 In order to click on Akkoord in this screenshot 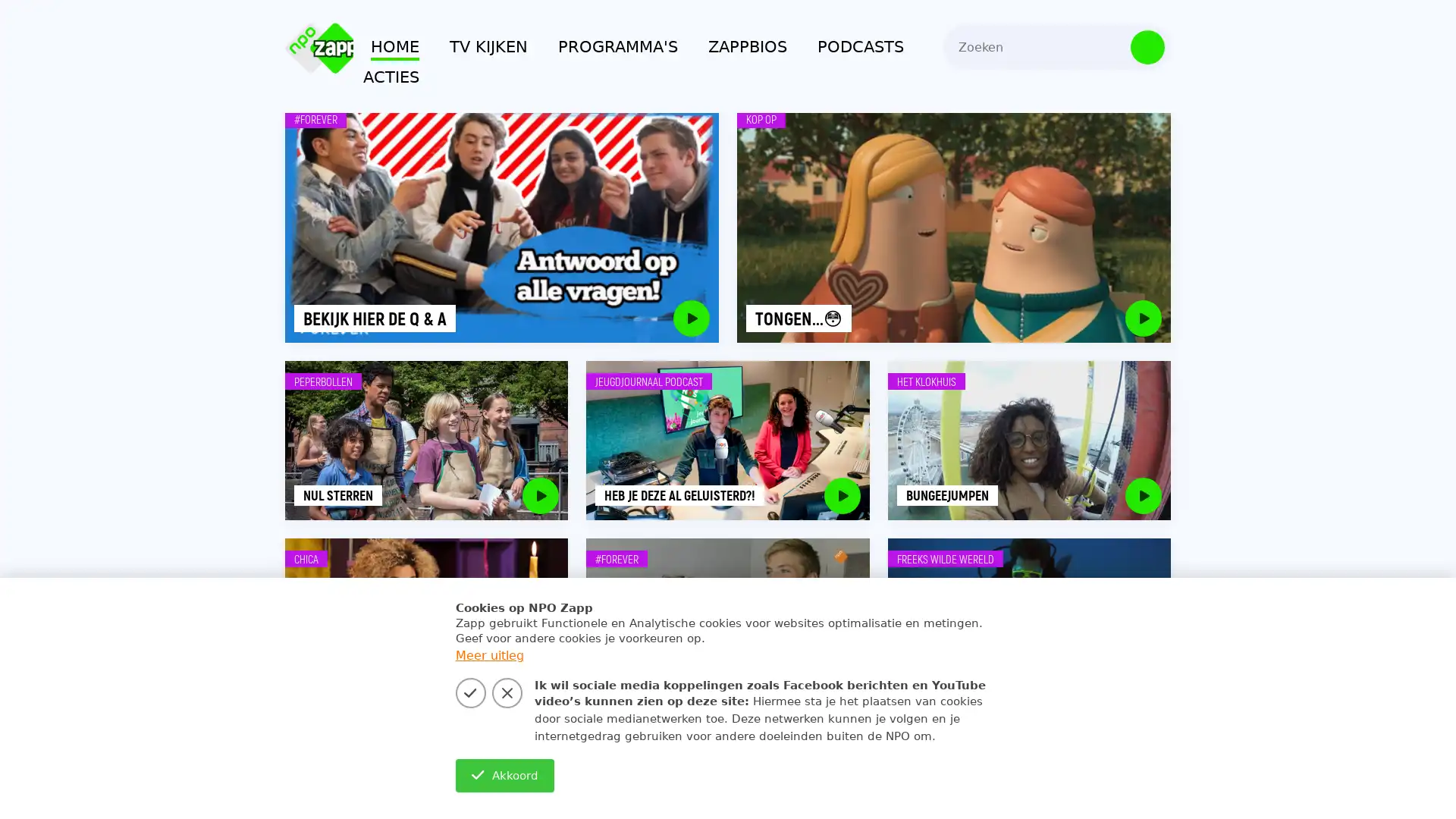, I will do `click(504, 775)`.